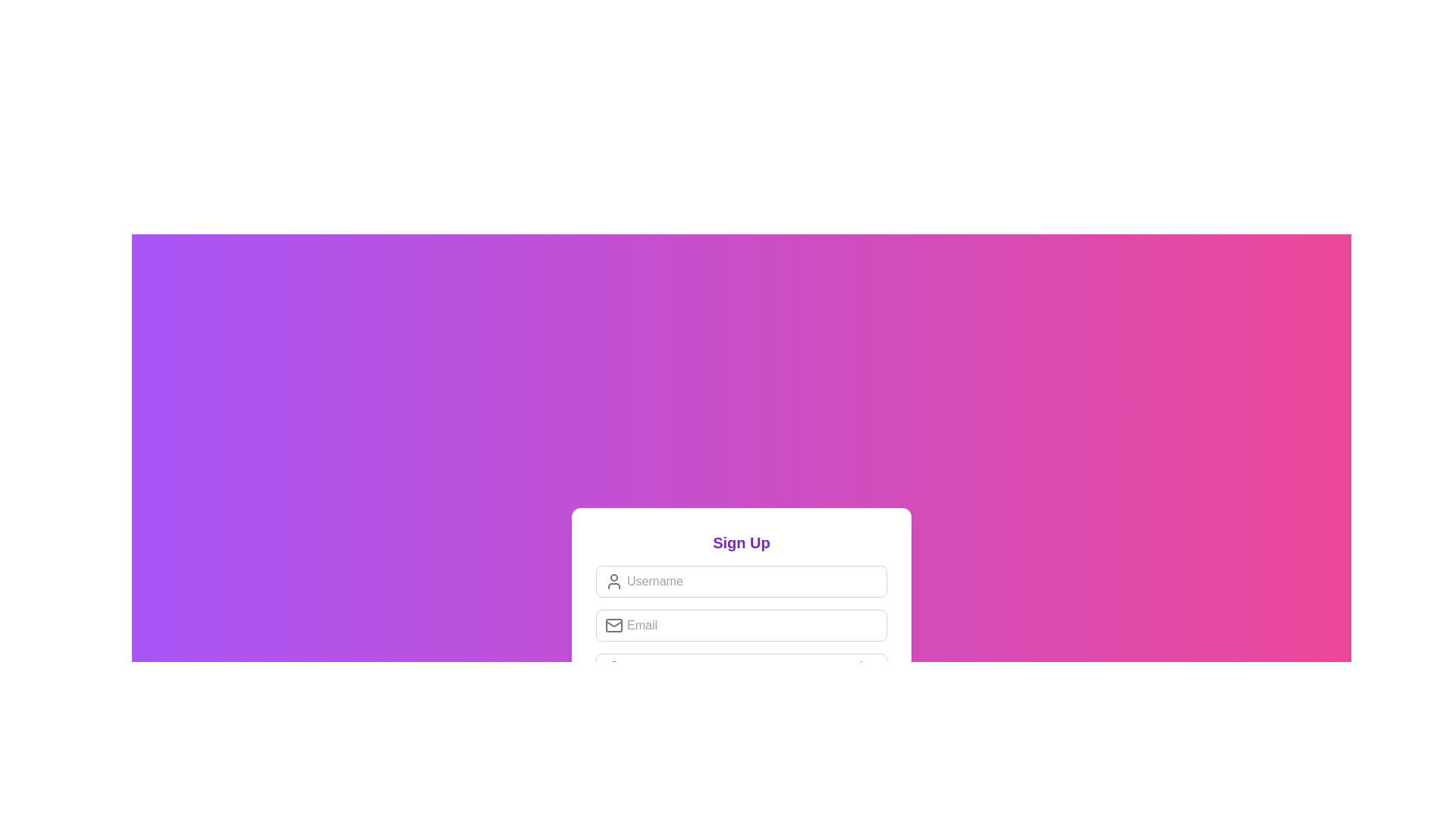 Image resolution: width=1456 pixels, height=819 pixels. Describe the element at coordinates (614, 626) in the screenshot. I see `the envelope-shaped icon with a gray color scheme located to the left of the email input field in the sign-up form` at that location.